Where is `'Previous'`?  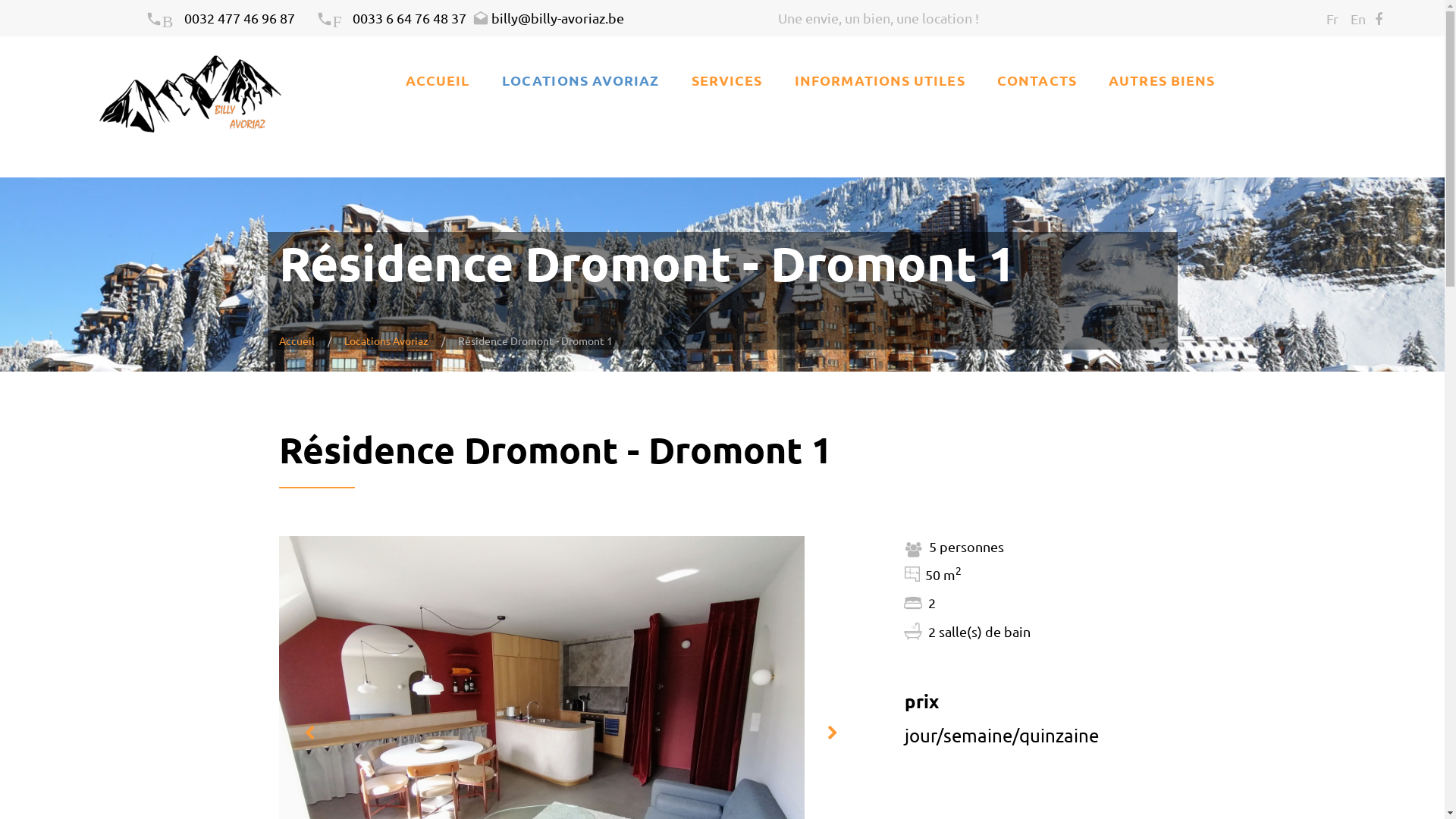
'Previous' is located at coordinates (308, 733).